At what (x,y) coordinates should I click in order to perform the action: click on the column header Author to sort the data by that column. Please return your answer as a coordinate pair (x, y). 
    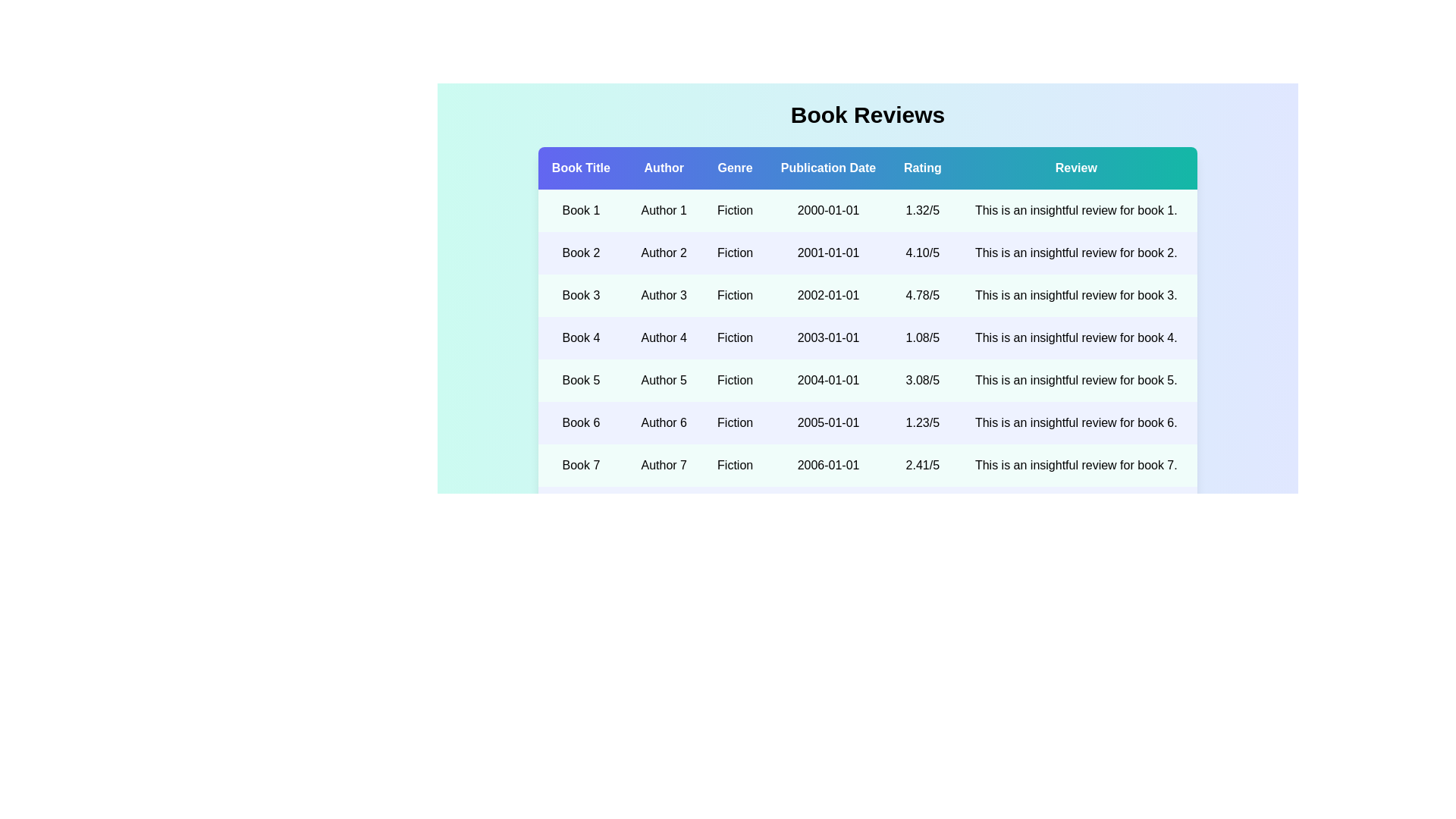
    Looking at the image, I should click on (664, 168).